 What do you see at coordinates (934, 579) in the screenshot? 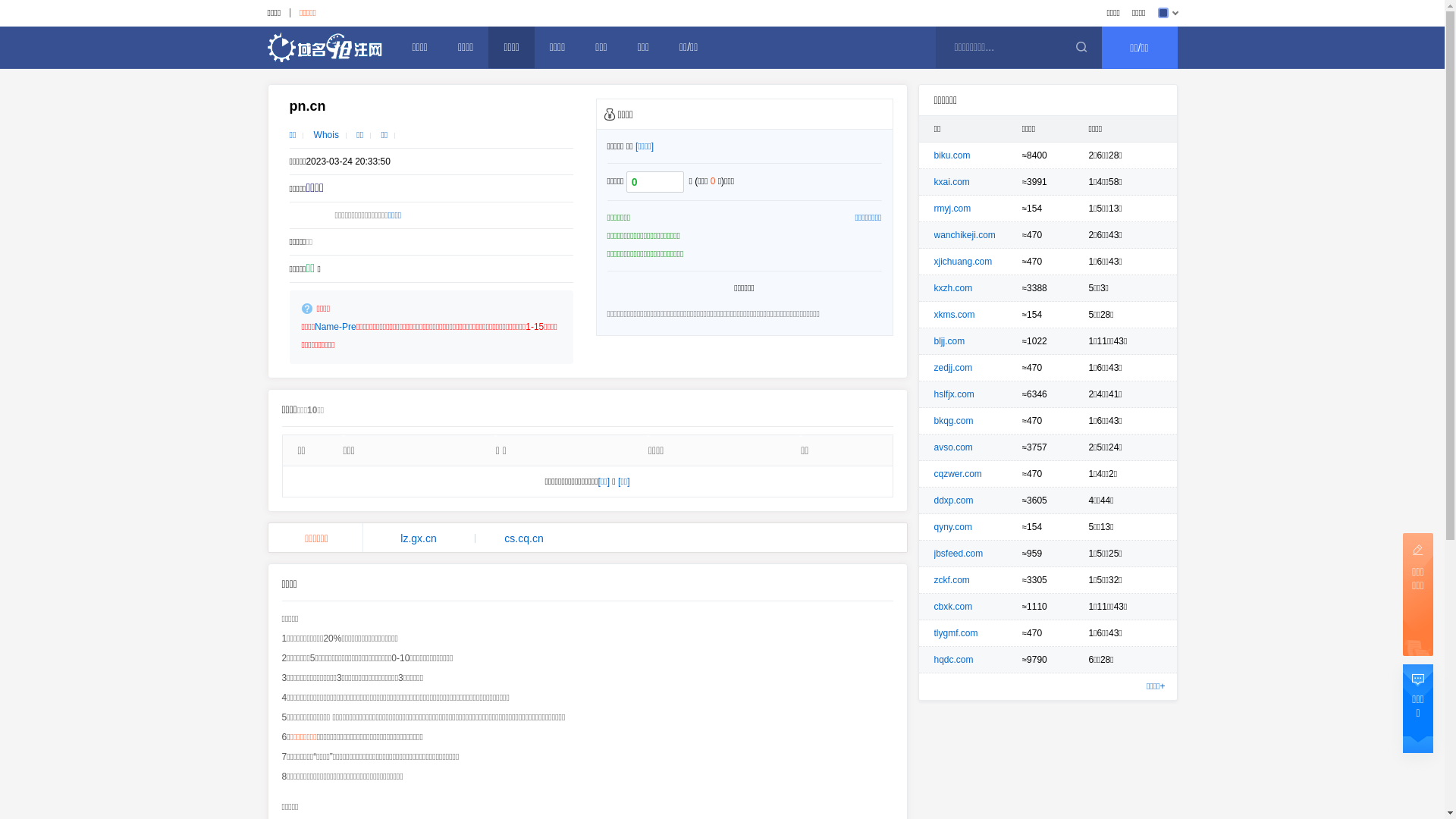
I see `'zckf.com'` at bounding box center [934, 579].